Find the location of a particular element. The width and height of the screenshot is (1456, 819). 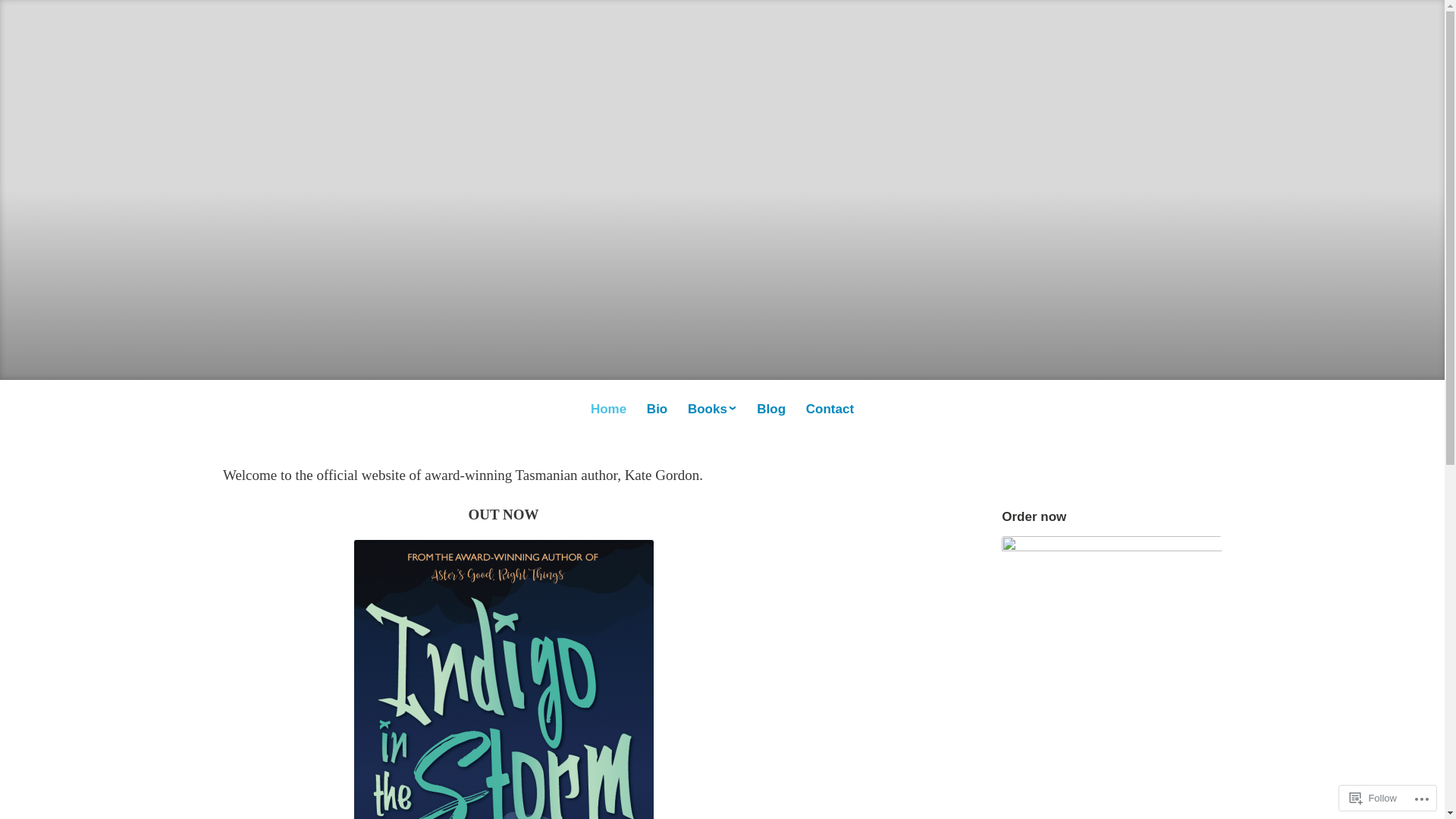

'Books' is located at coordinates (711, 409).